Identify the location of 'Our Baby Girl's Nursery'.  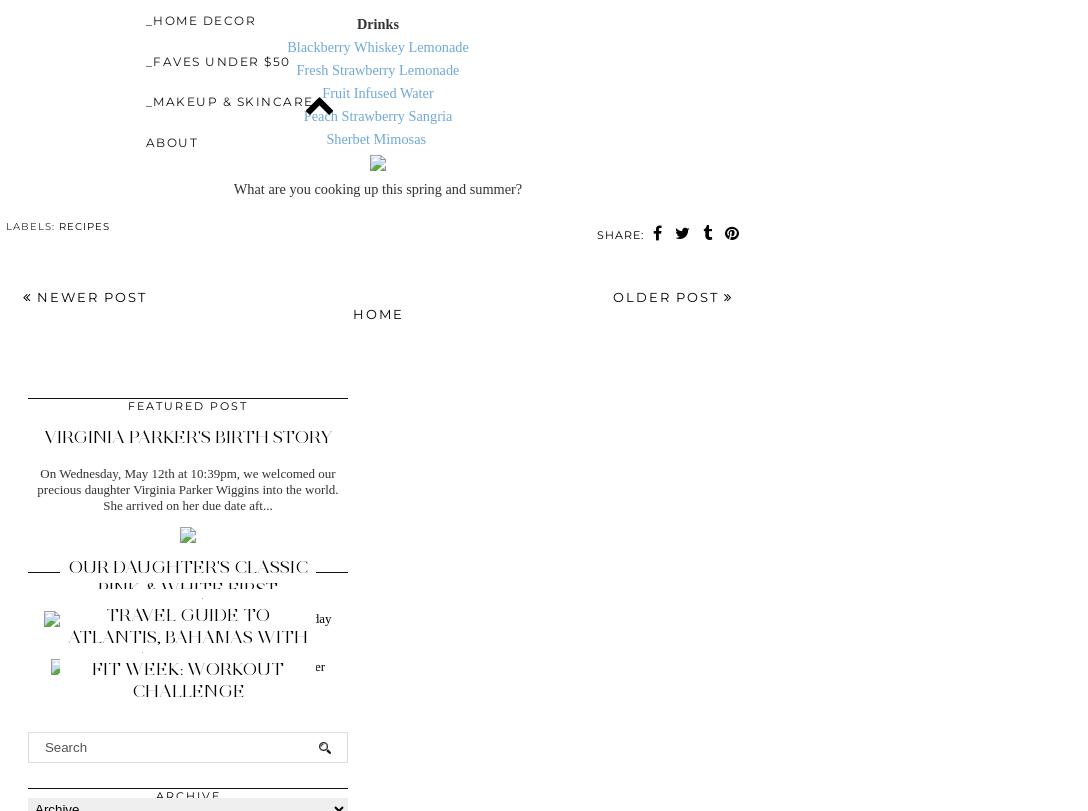
(187, 641).